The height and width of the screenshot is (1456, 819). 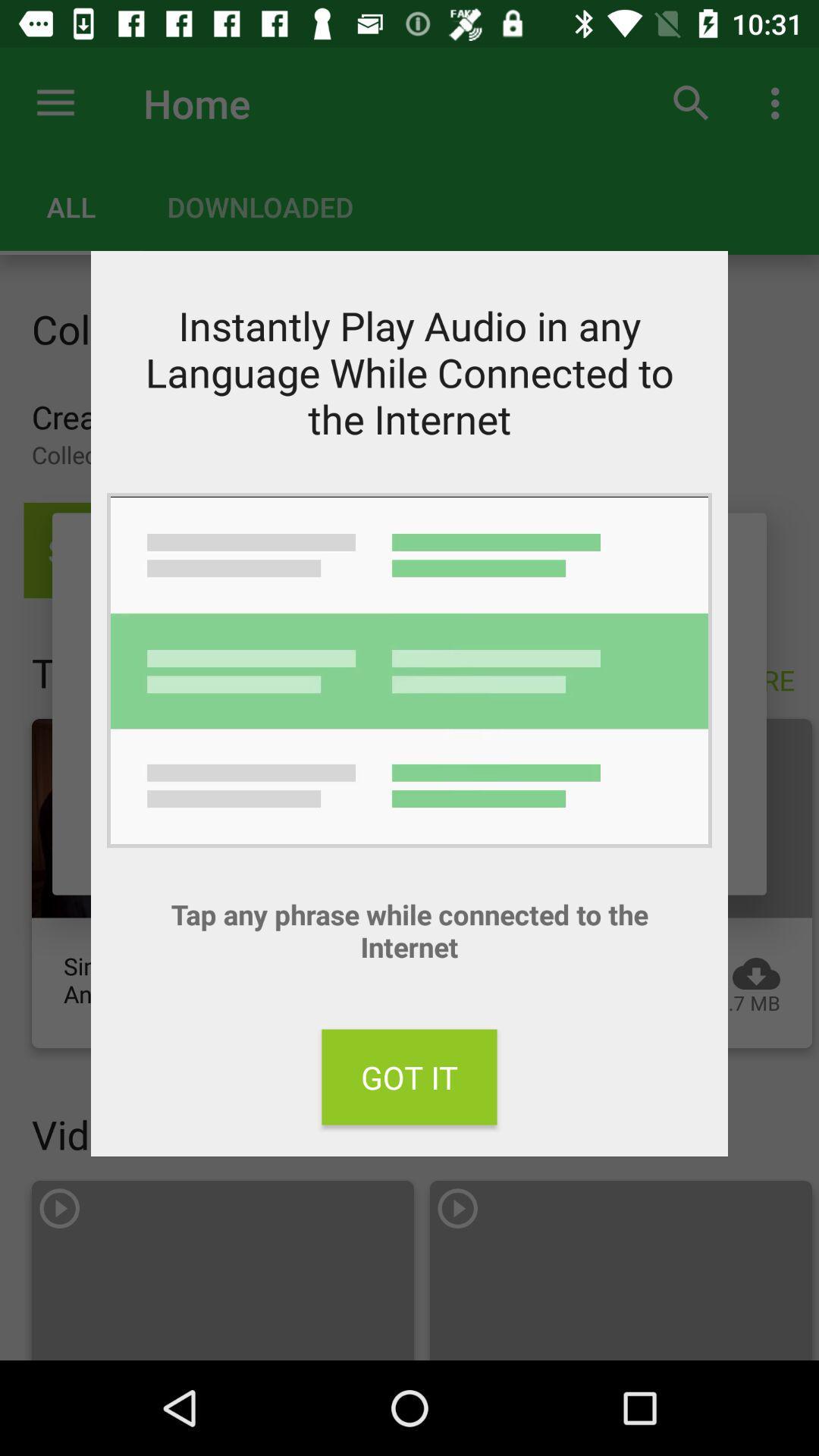 I want to click on got it item, so click(x=409, y=1076).